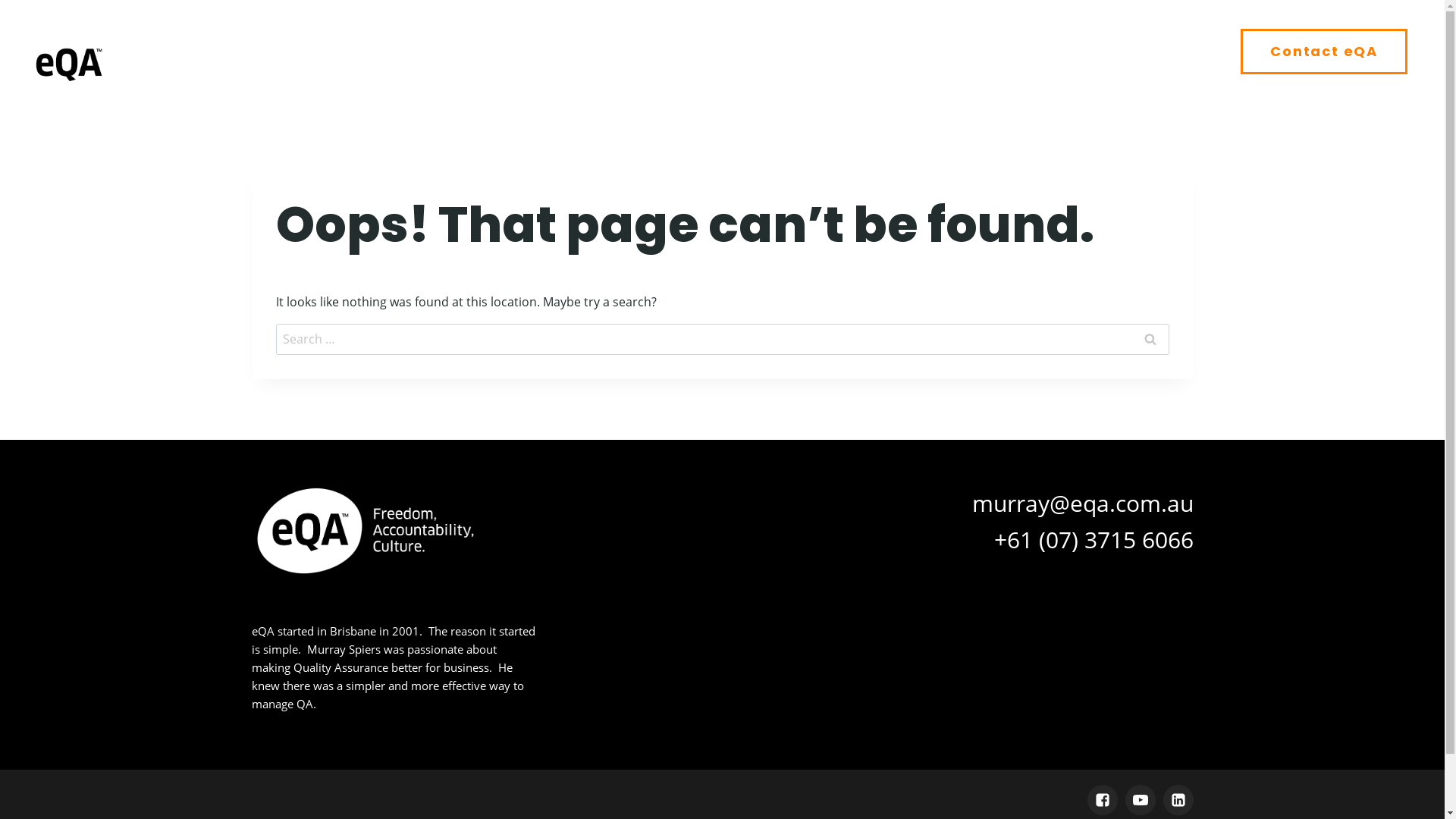 This screenshot has width=1456, height=819. Describe the element at coordinates (1015, 51) in the screenshot. I see `'Client Work'` at that location.